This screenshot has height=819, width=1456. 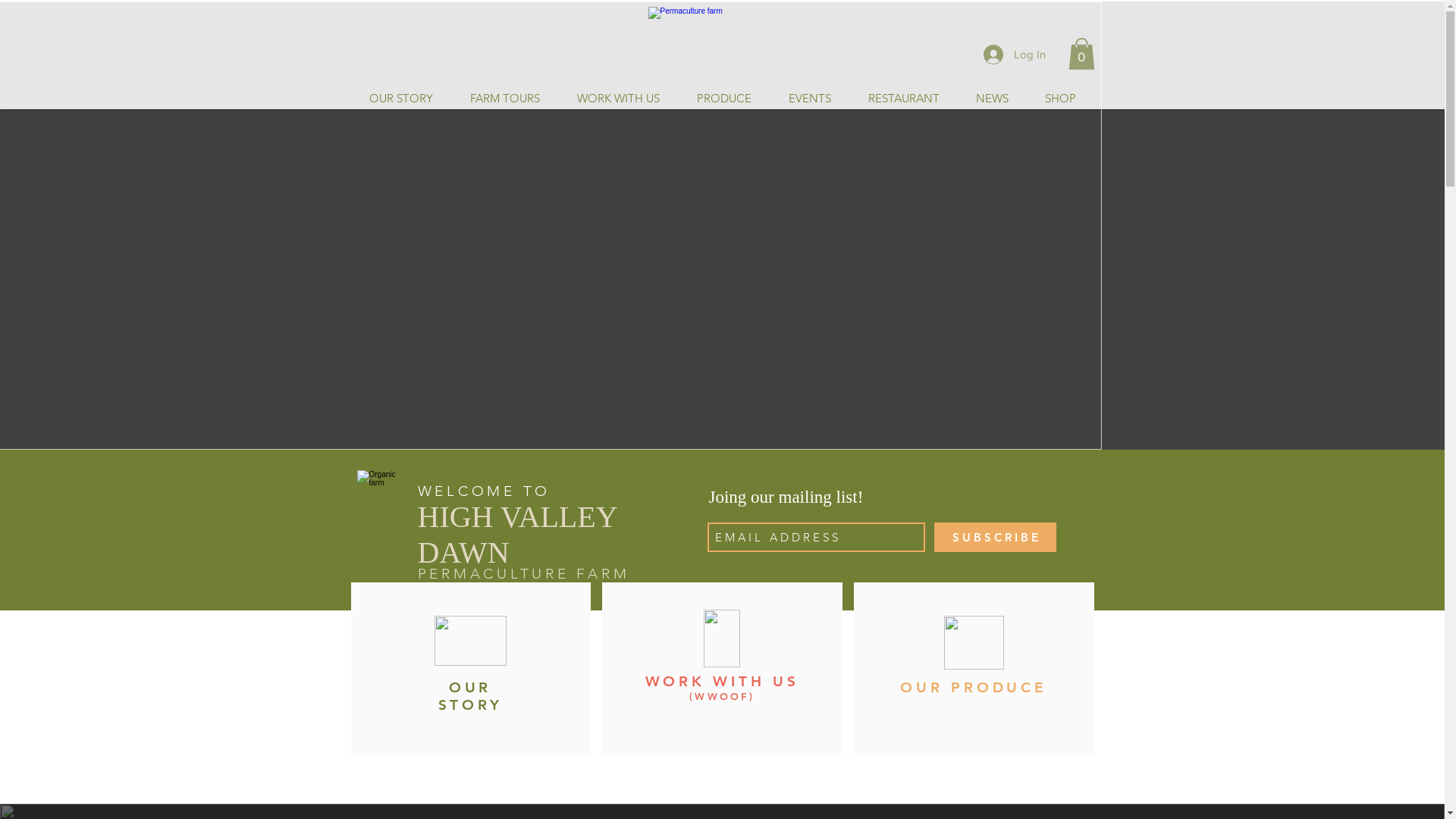 What do you see at coordinates (1014, 52) in the screenshot?
I see `'Log In'` at bounding box center [1014, 52].